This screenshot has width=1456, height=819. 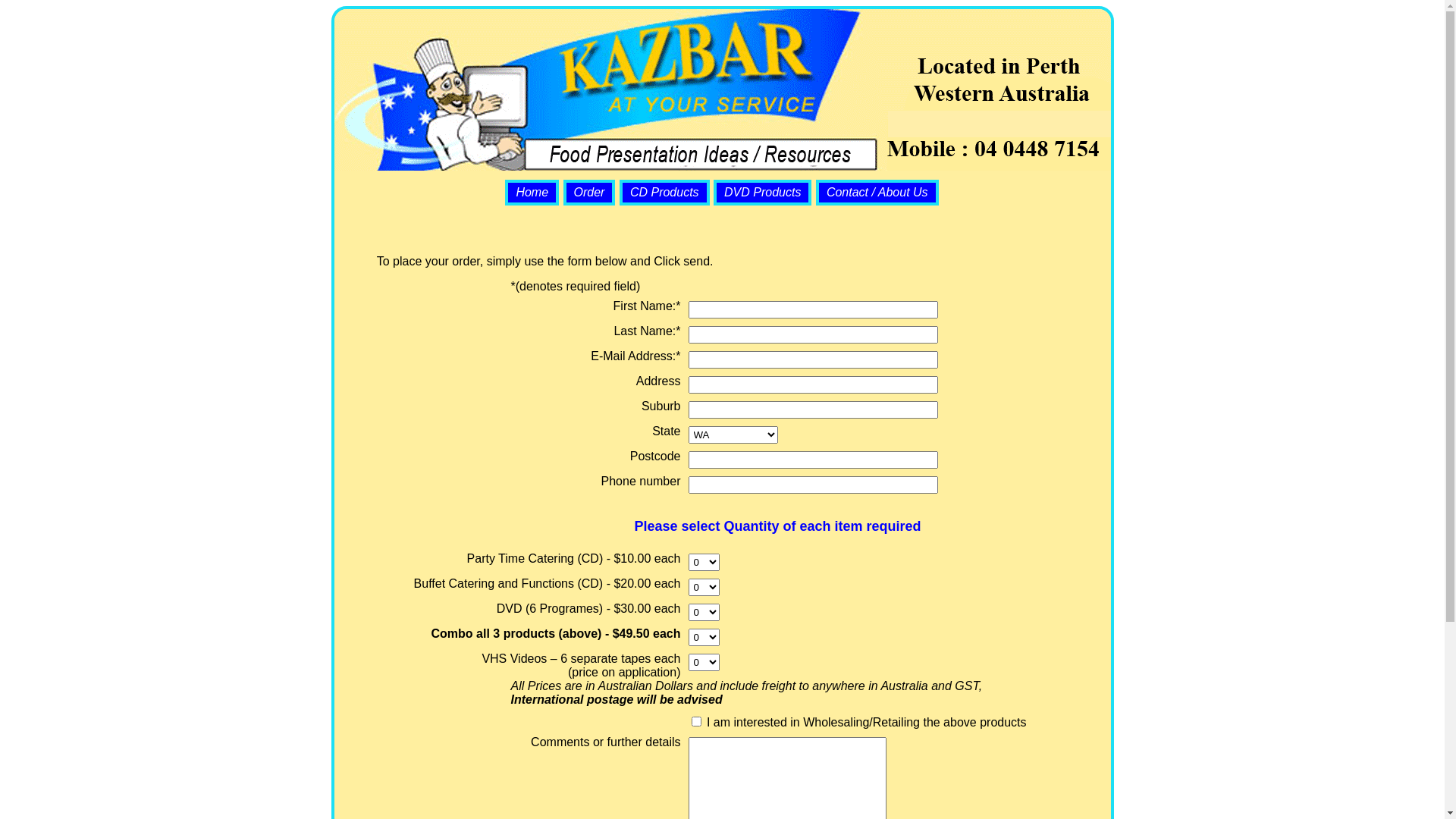 I want to click on 'DVD Products', so click(x=762, y=191).